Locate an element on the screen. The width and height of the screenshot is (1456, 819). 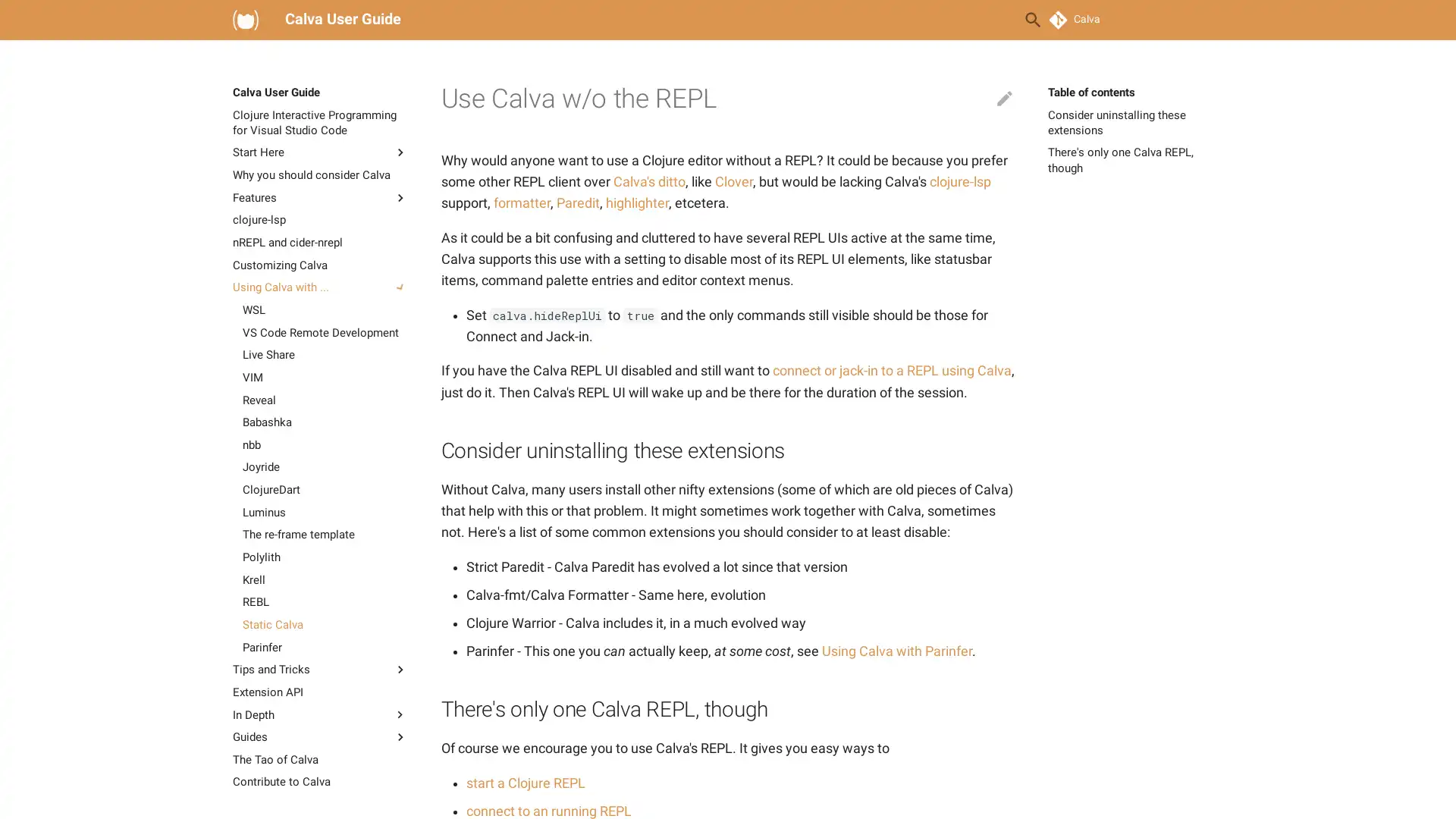
Clear is located at coordinates (996, 20).